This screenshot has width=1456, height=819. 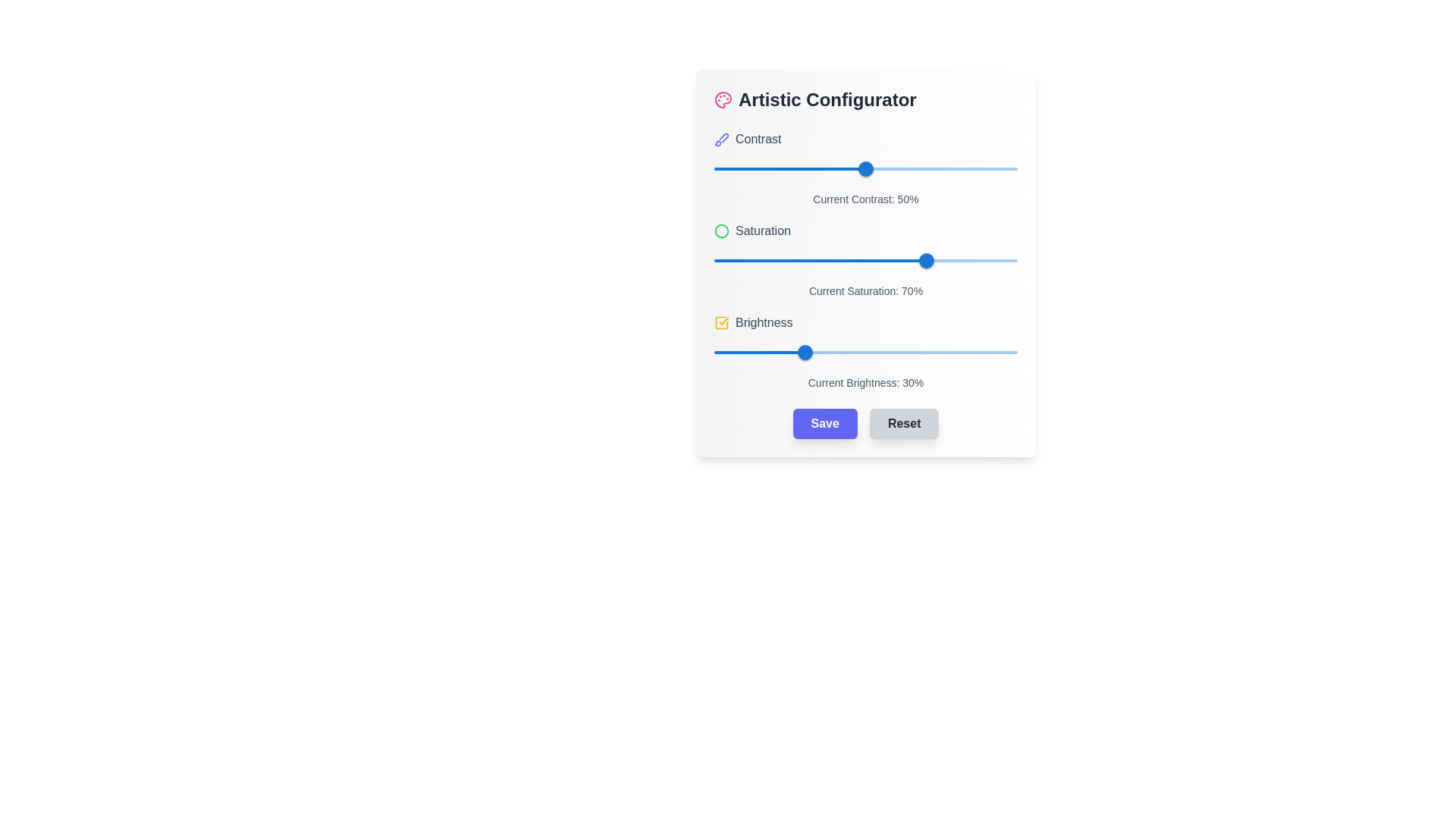 What do you see at coordinates (720, 169) in the screenshot?
I see `the contrast level` at bounding box center [720, 169].